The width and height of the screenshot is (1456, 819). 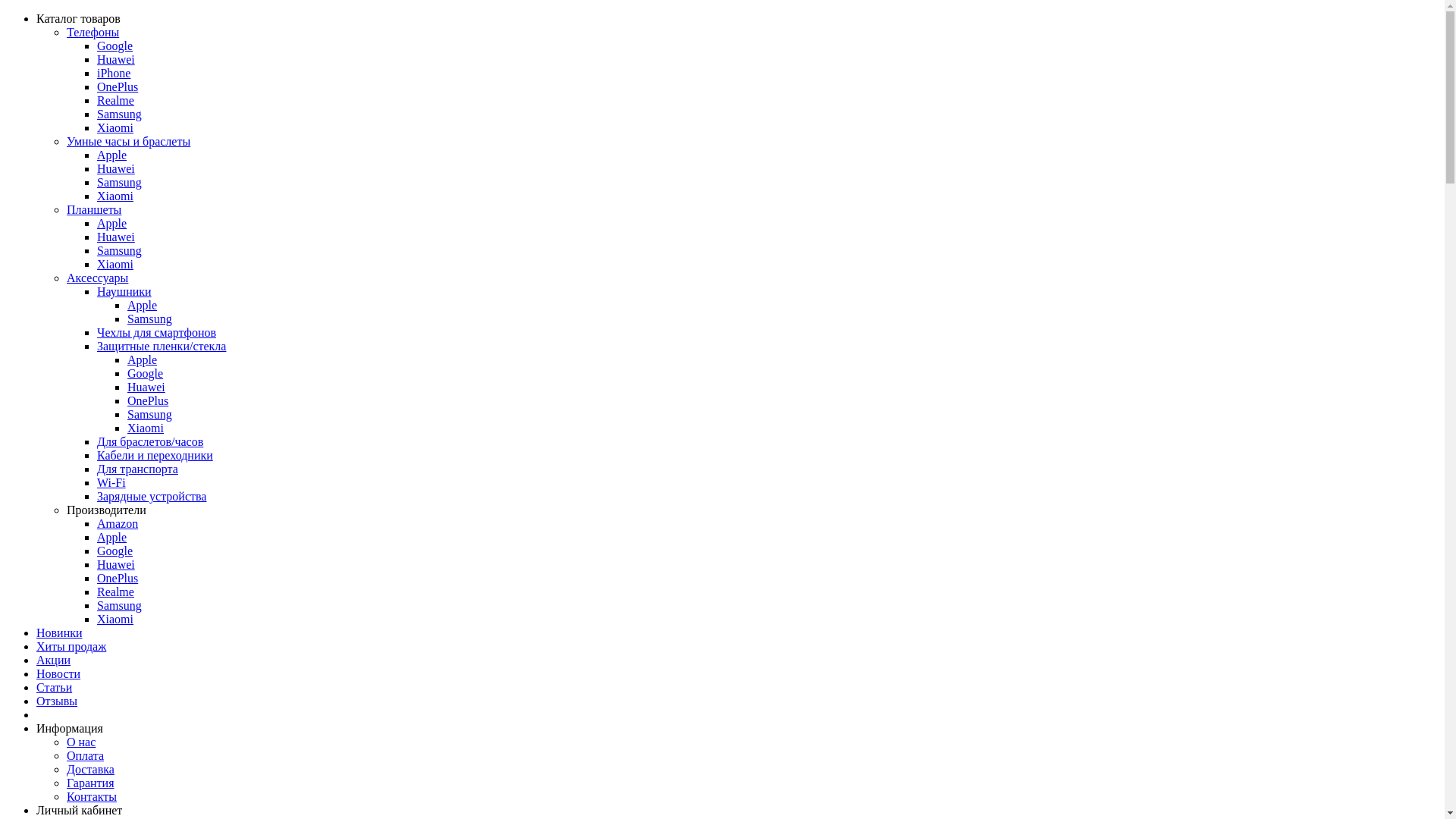 I want to click on 'Huawei', so click(x=115, y=168).